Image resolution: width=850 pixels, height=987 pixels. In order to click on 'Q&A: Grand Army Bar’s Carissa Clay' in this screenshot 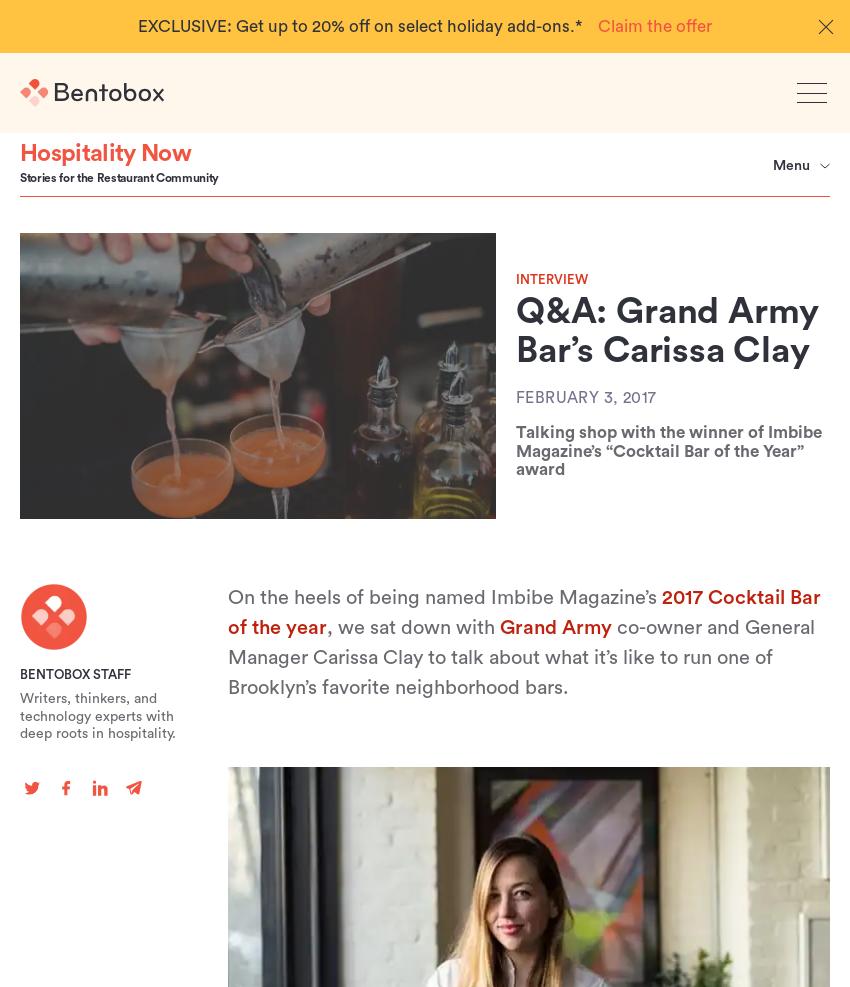, I will do `click(667, 330)`.